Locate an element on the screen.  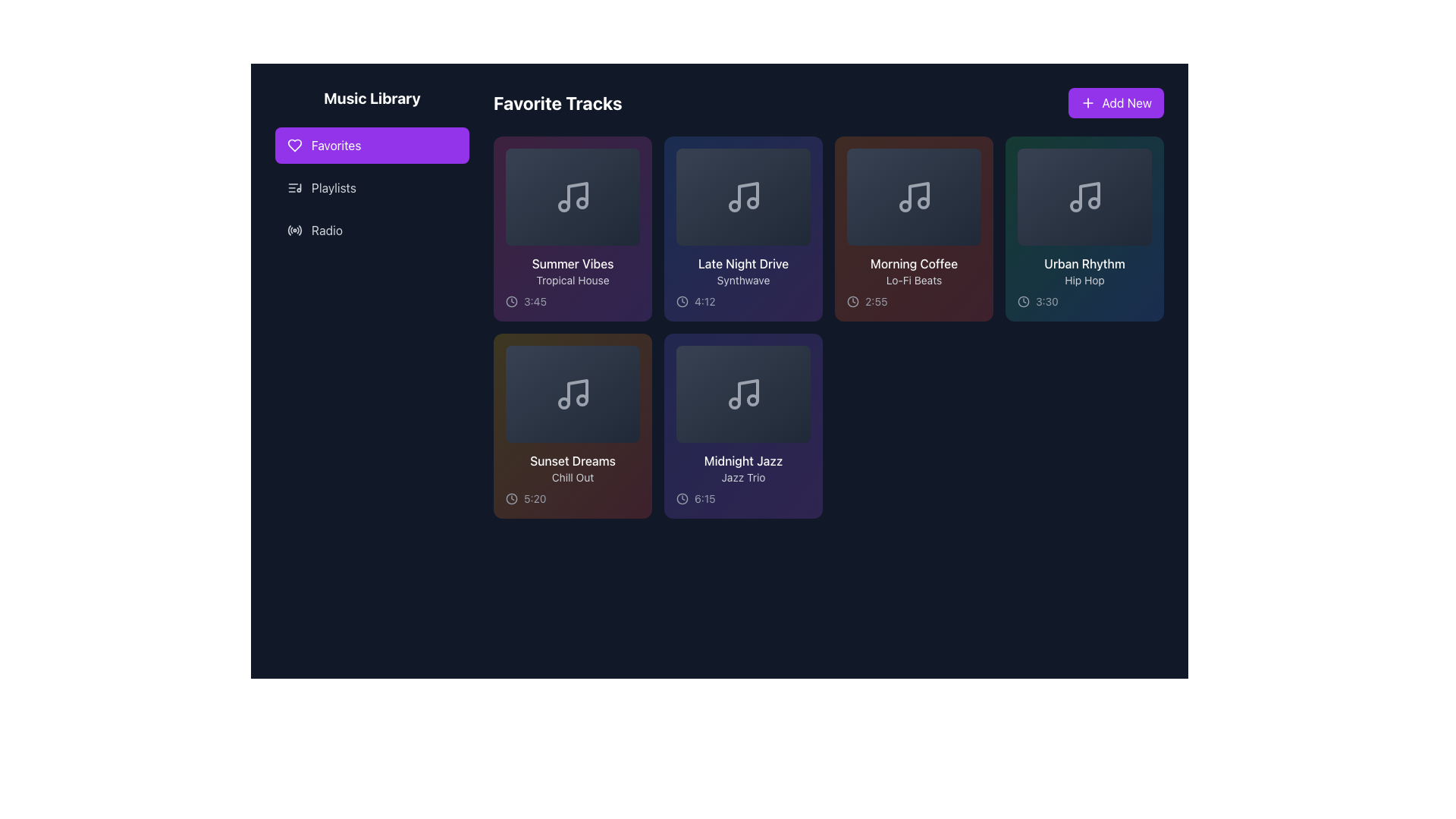
the Text label displaying the duration of the track located below the title 'Summer Vibes' and to the right of a clock icon in the 'Favorite Tracks' area is located at coordinates (535, 301).